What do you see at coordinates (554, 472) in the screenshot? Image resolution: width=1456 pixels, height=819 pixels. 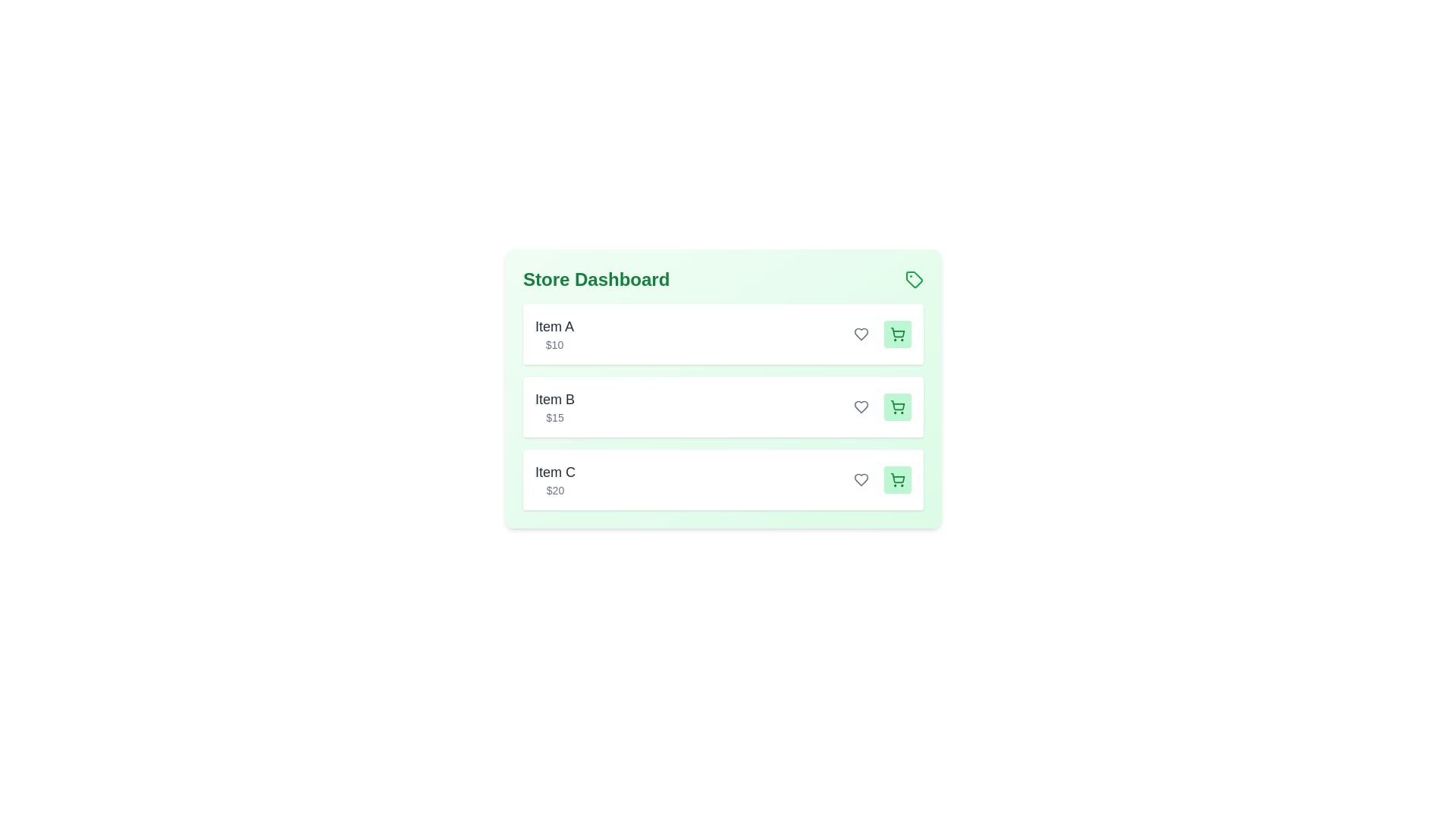 I see `the static text element that serves as the title for 'Item C' in the listing, which is positioned below 'Item B' and indicates the item's name and price` at bounding box center [554, 472].